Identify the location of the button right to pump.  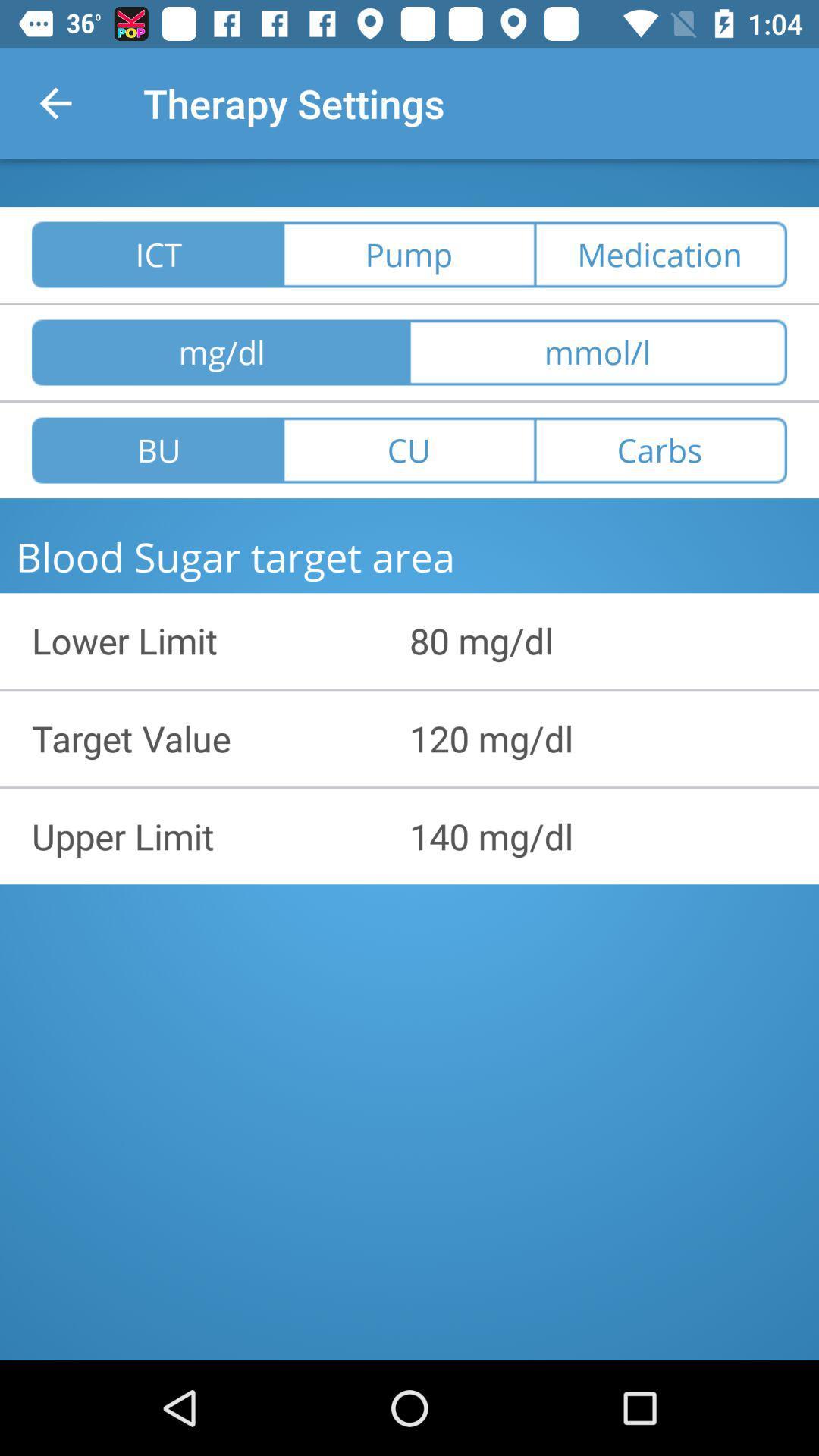
(660, 255).